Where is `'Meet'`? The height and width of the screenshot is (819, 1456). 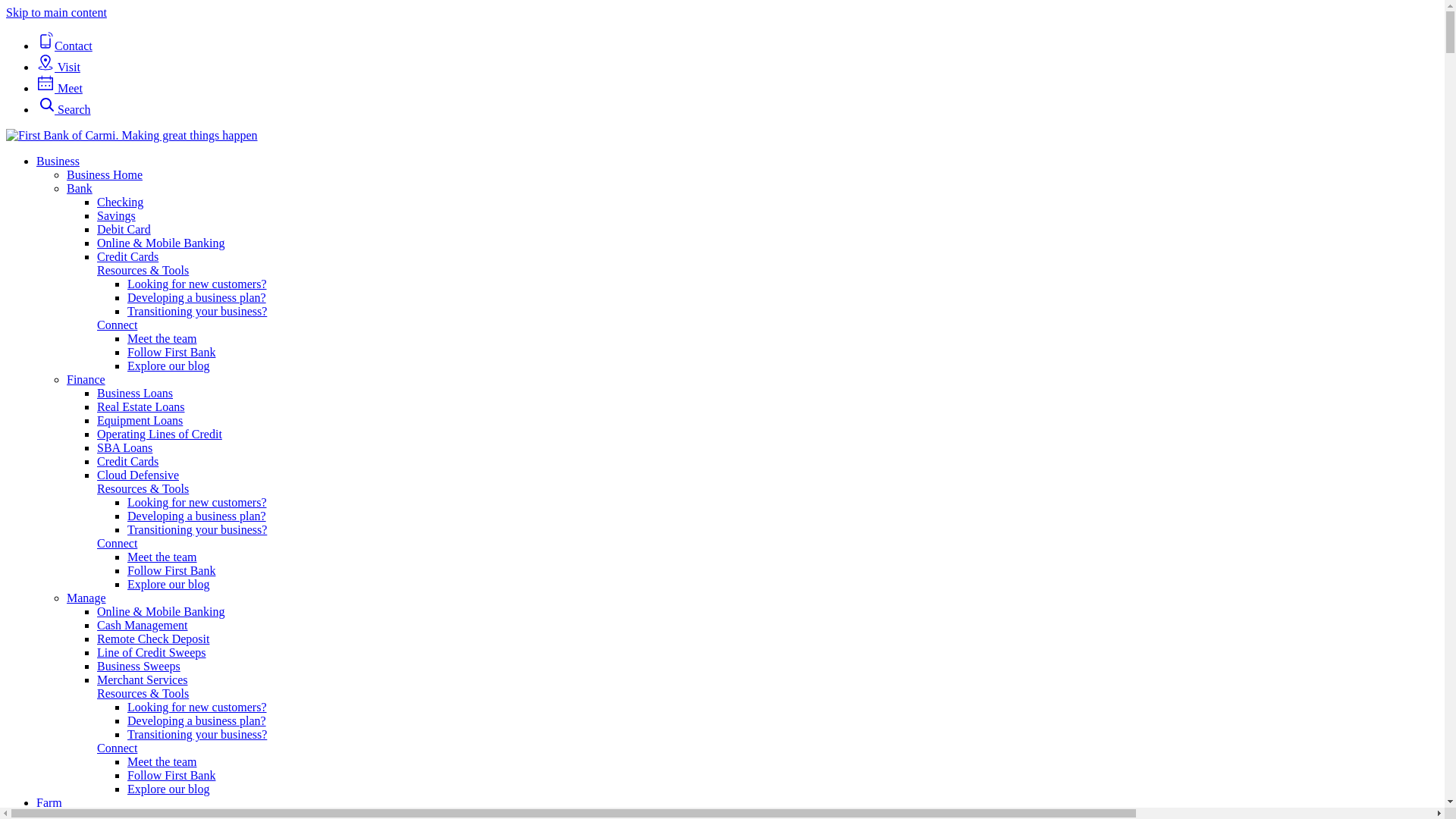 'Meet' is located at coordinates (59, 88).